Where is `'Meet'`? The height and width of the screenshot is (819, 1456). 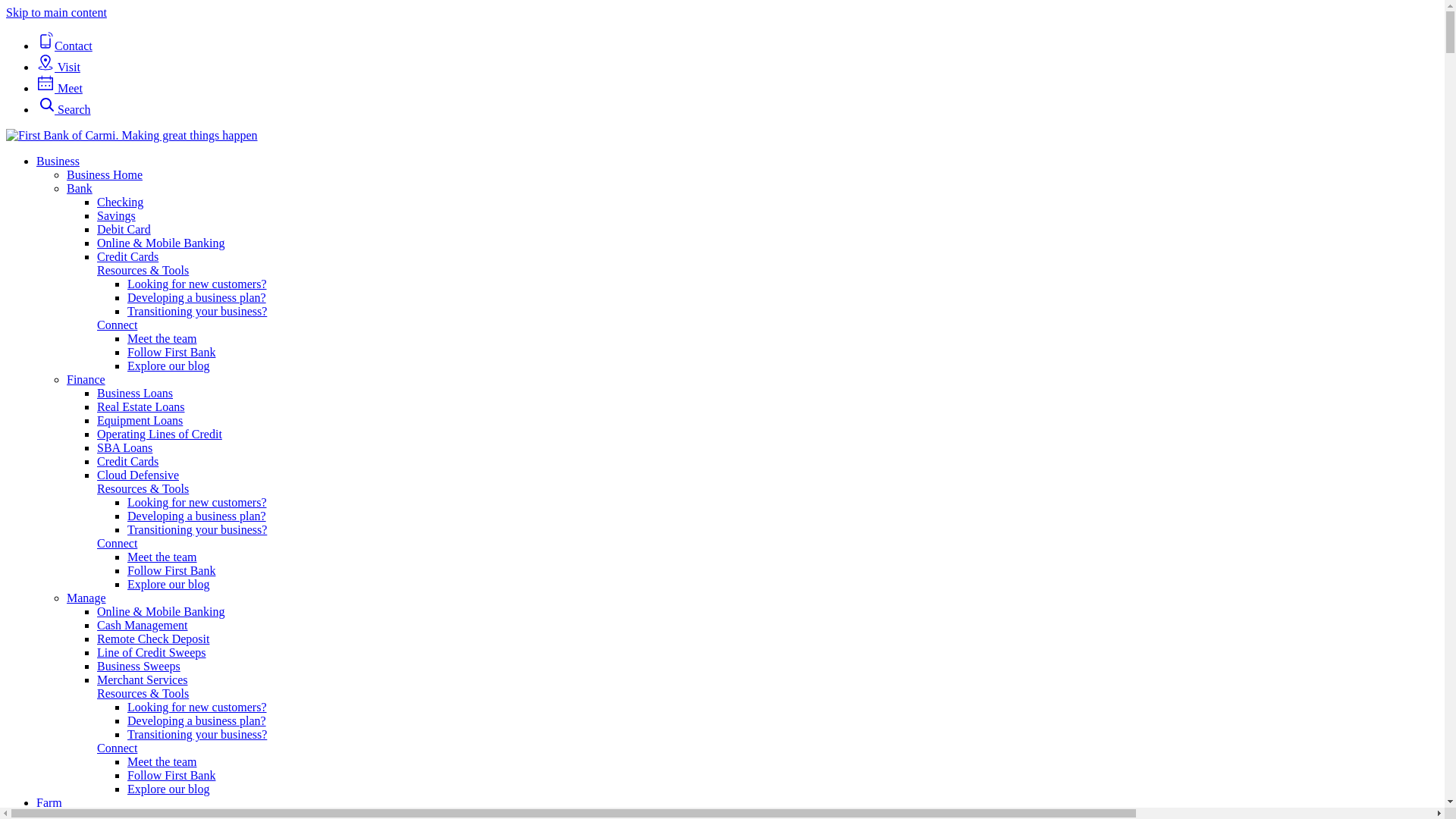 'Meet' is located at coordinates (59, 88).